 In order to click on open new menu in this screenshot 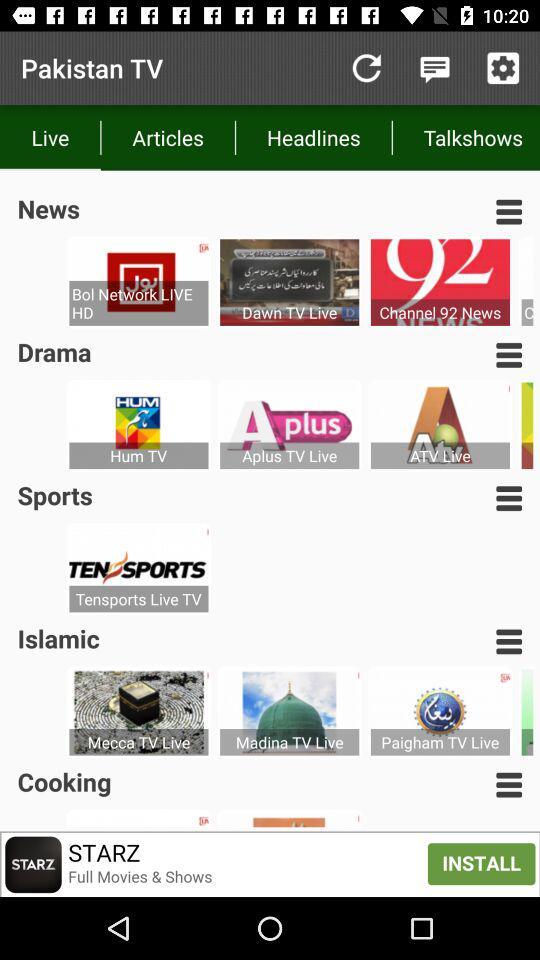, I will do `click(509, 211)`.